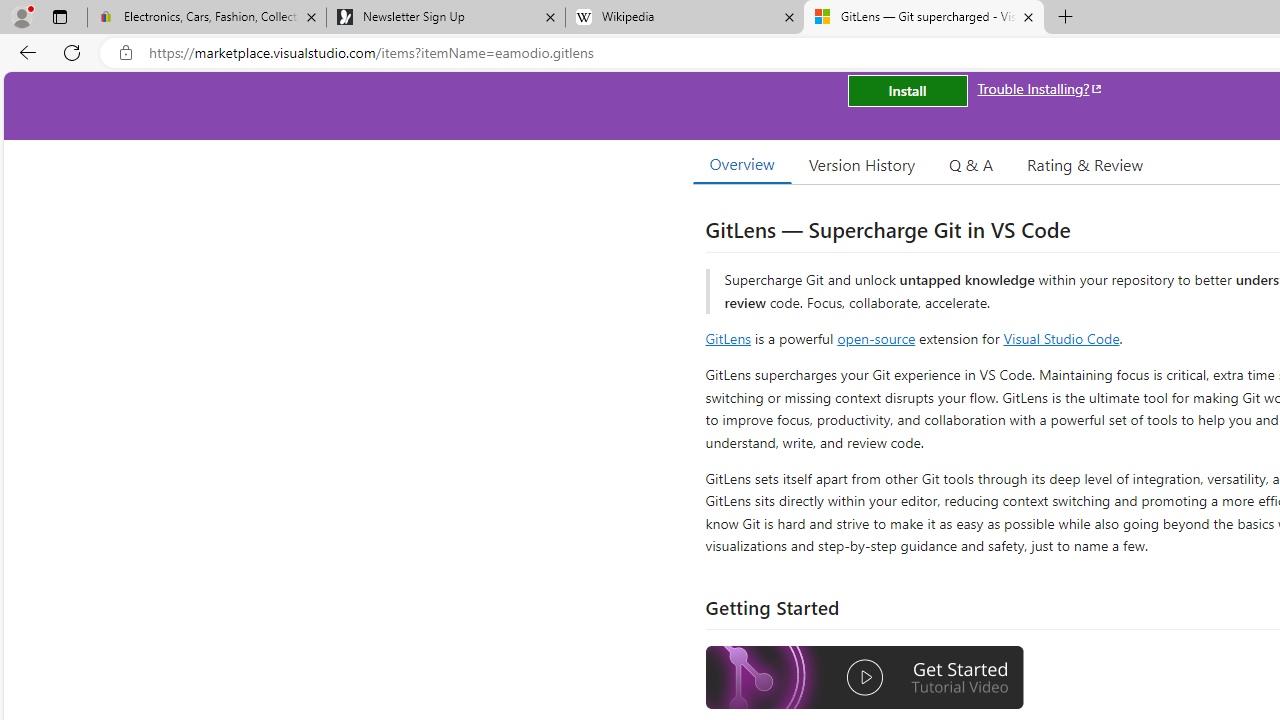 This screenshot has height=720, width=1280. I want to click on 'Back', so click(24, 51).